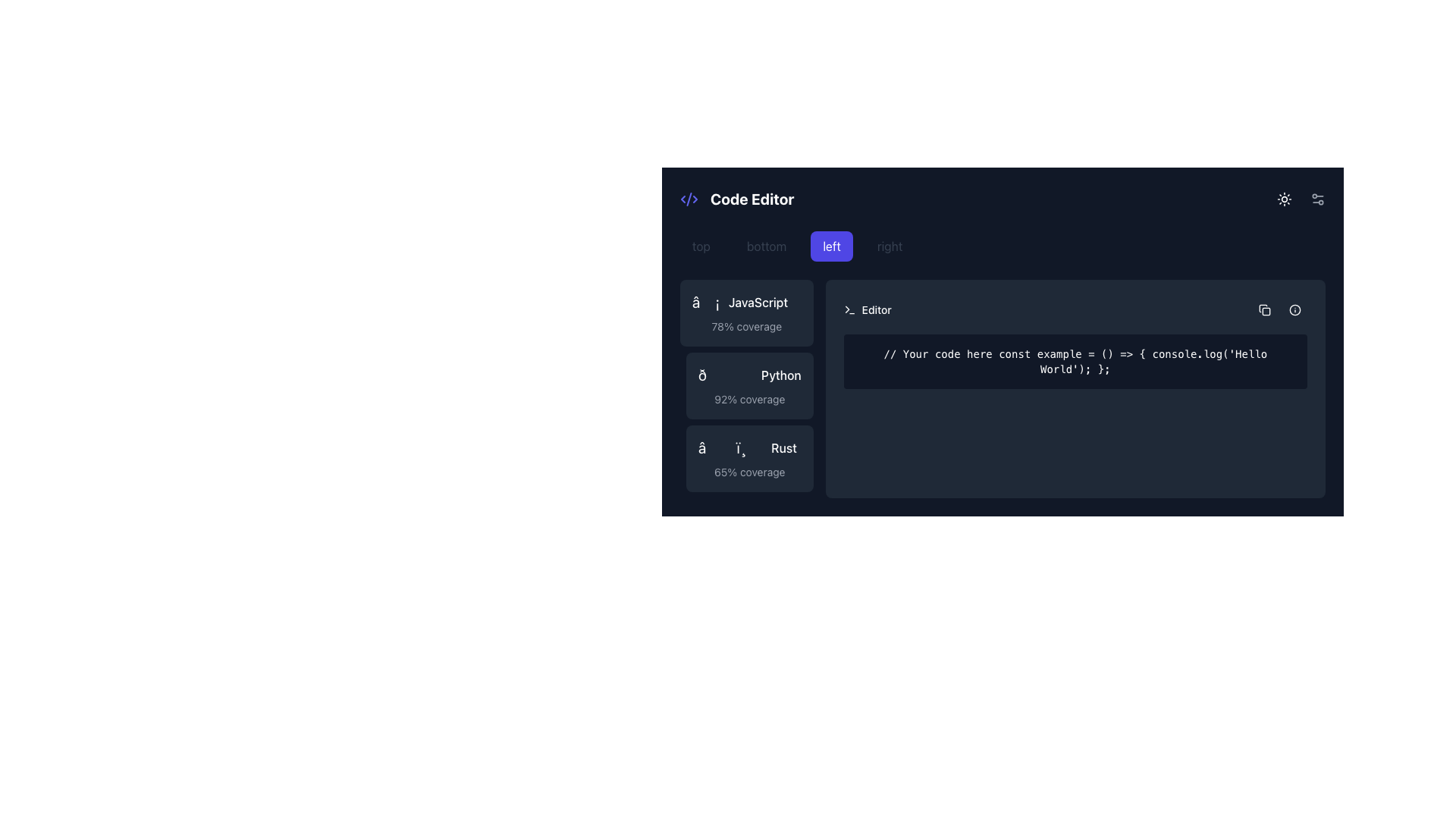 This screenshot has height=819, width=1456. What do you see at coordinates (1298, 198) in the screenshot?
I see `the toggle and settings button located in the top-right corner of the interface, which features a sun icon for light/dark mode and a gear icon for settings, to receive additional visual feedback` at bounding box center [1298, 198].